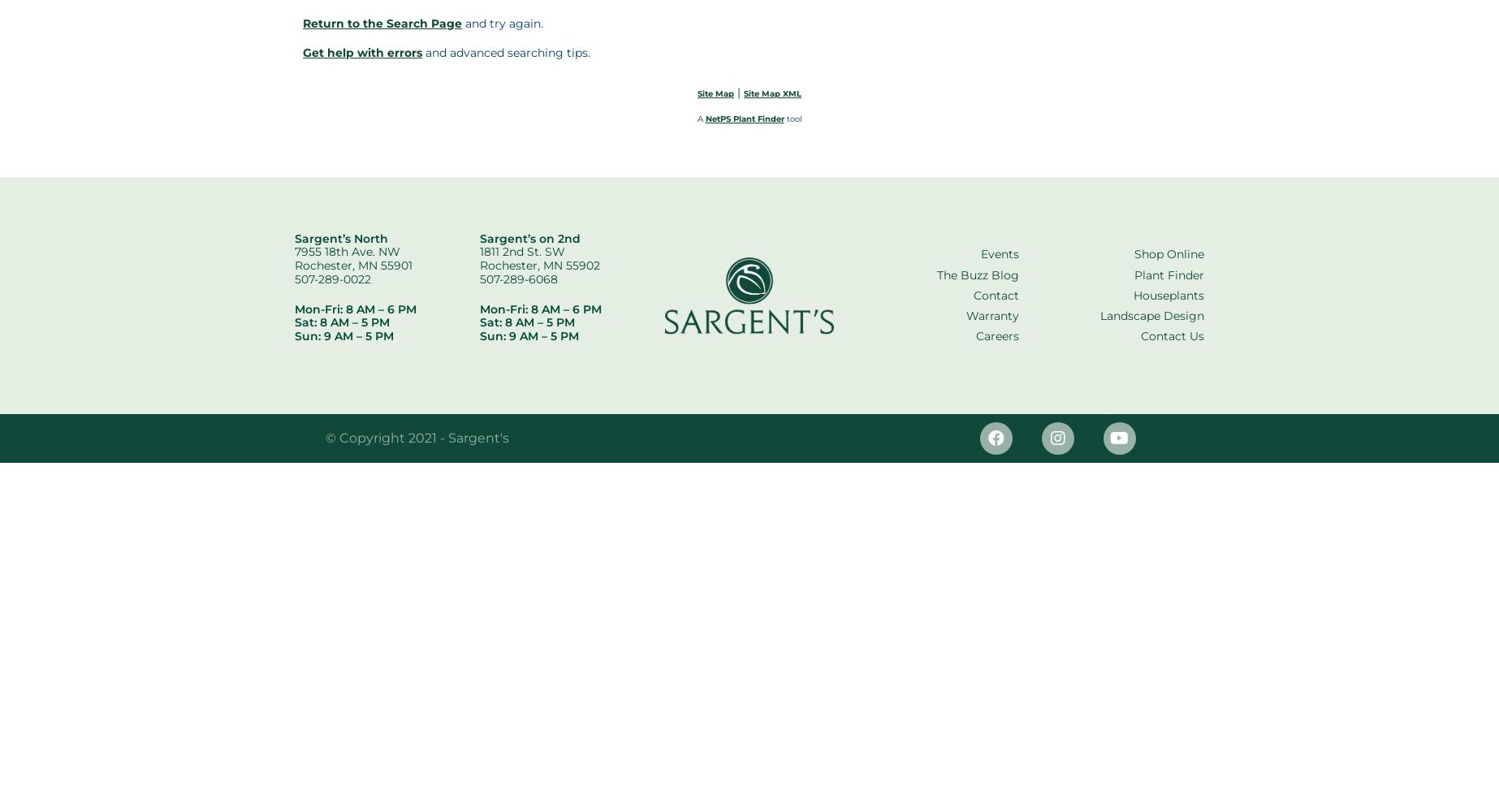 This screenshot has height=812, width=1499. Describe the element at coordinates (978, 274) in the screenshot. I see `'The Buzz Blog'` at that location.